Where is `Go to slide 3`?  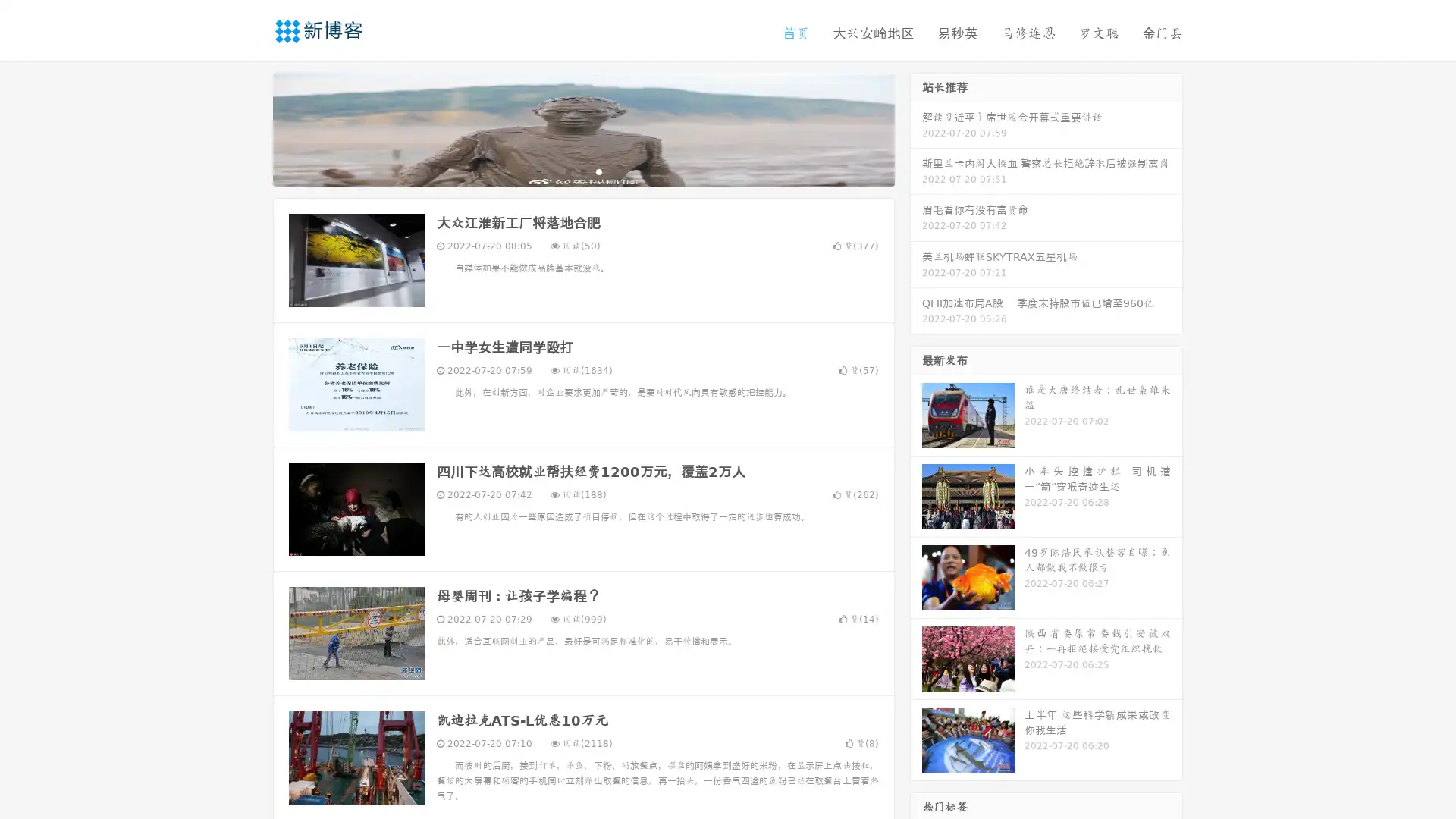 Go to slide 3 is located at coordinates (598, 171).